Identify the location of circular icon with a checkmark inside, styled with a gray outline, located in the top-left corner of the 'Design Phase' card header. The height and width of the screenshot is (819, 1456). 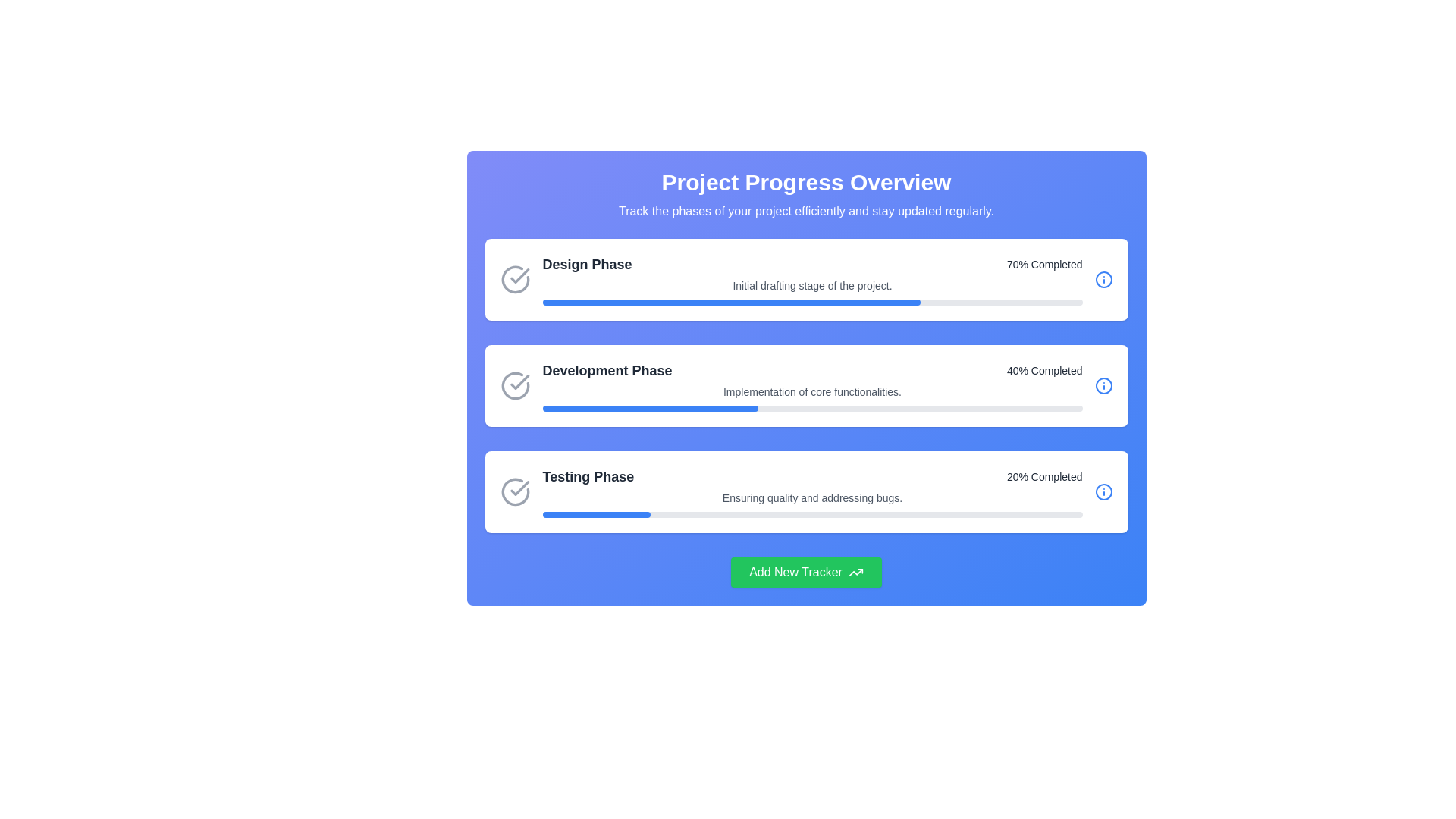
(515, 280).